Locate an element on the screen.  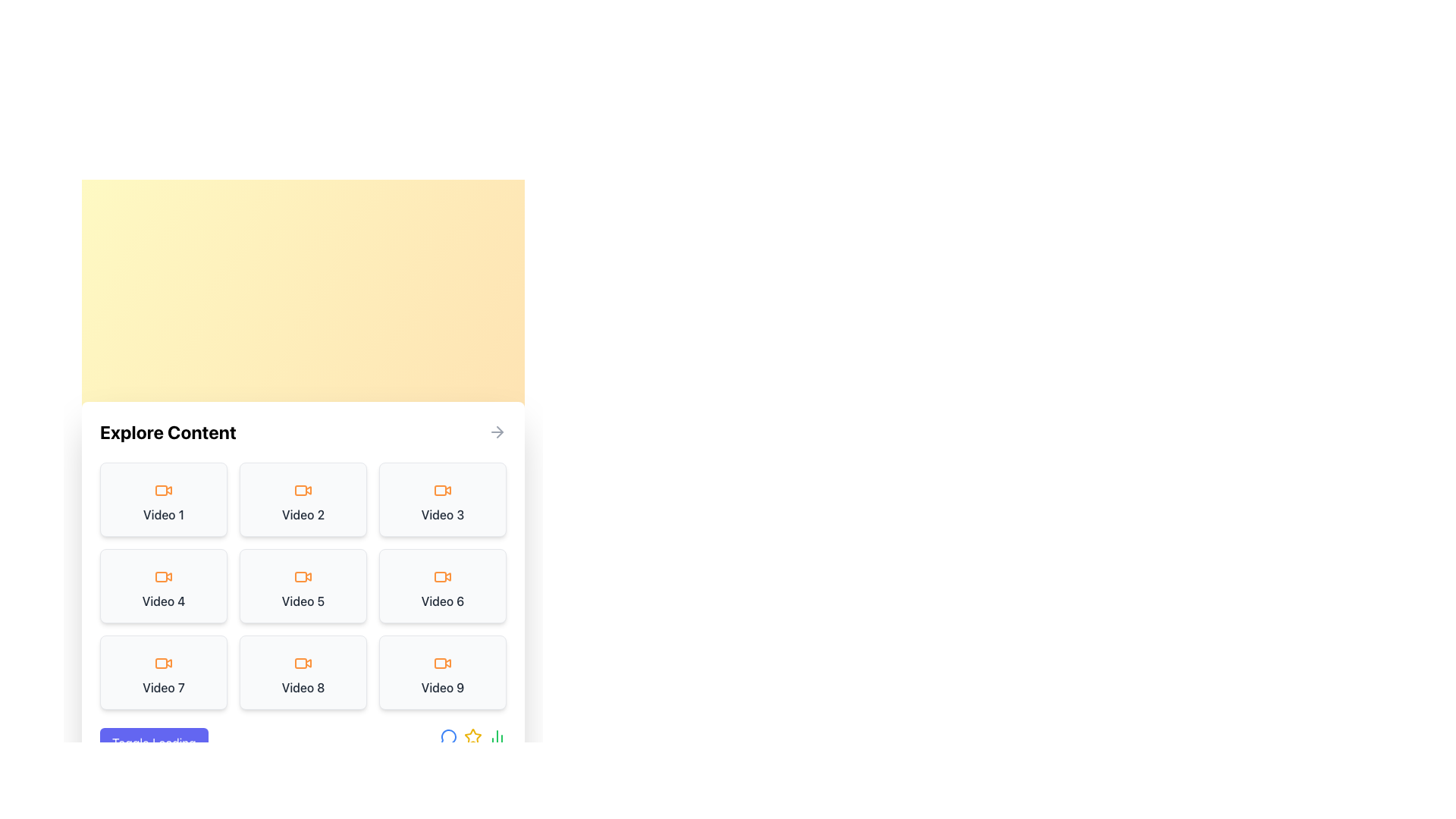
the orange rounded rectangle icon, which is the seventh video indicator under the 'Explore Content' section is located at coordinates (161, 663).